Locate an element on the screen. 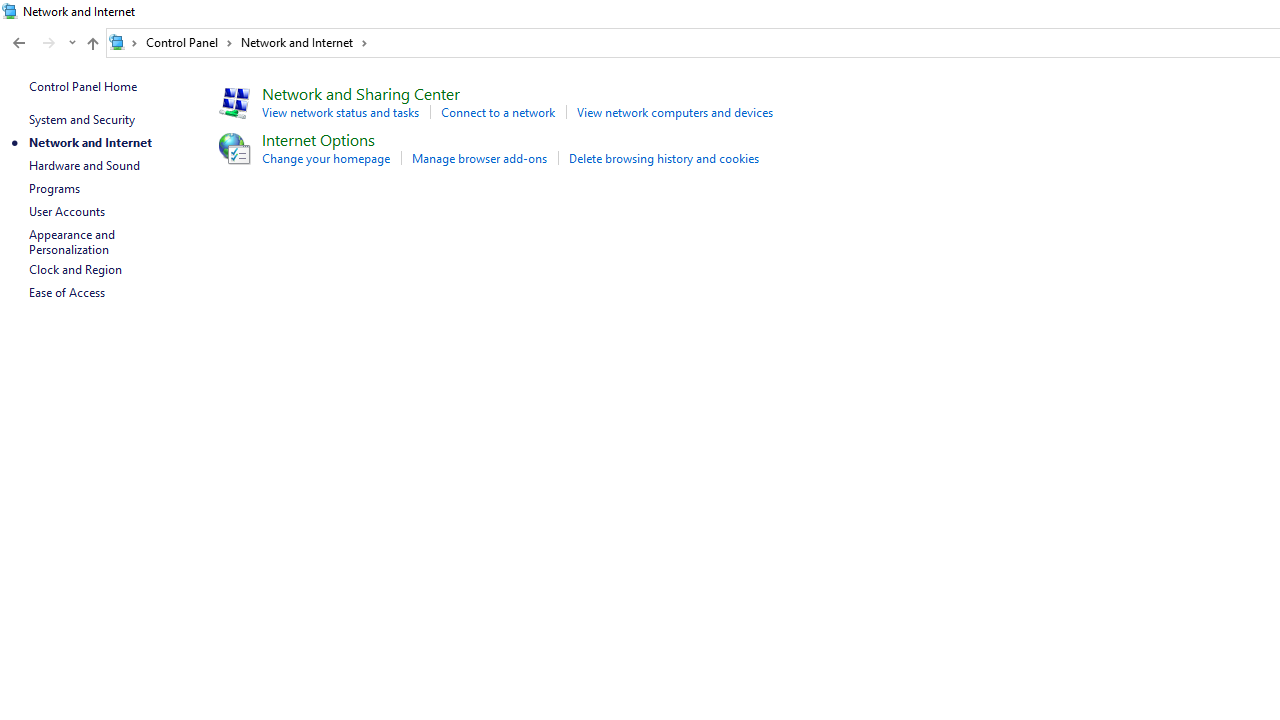 The image size is (1280, 720). 'System and Security' is located at coordinates (80, 119).